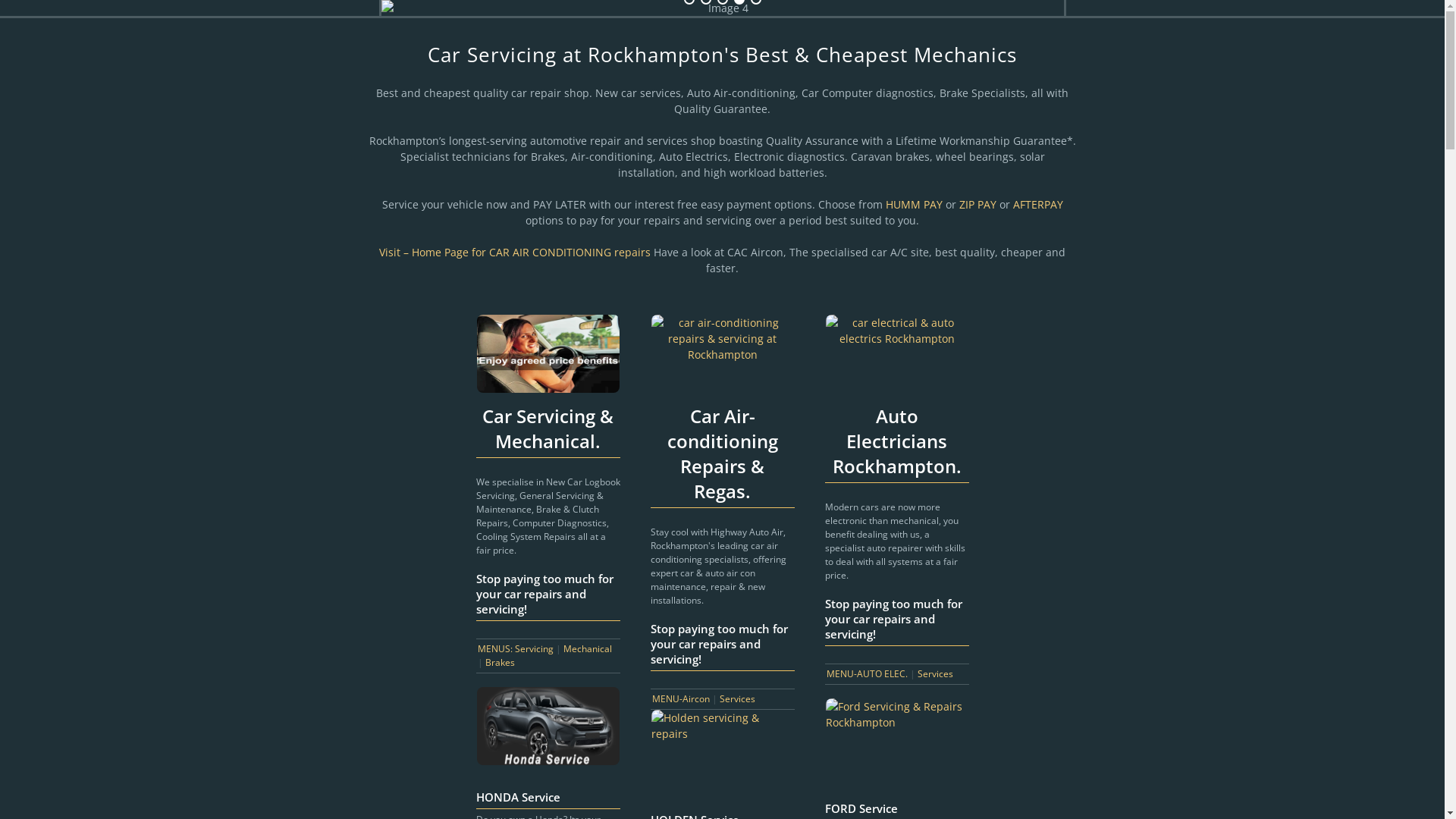 The height and width of the screenshot is (819, 1456). What do you see at coordinates (500, 661) in the screenshot?
I see `'Brakes'` at bounding box center [500, 661].